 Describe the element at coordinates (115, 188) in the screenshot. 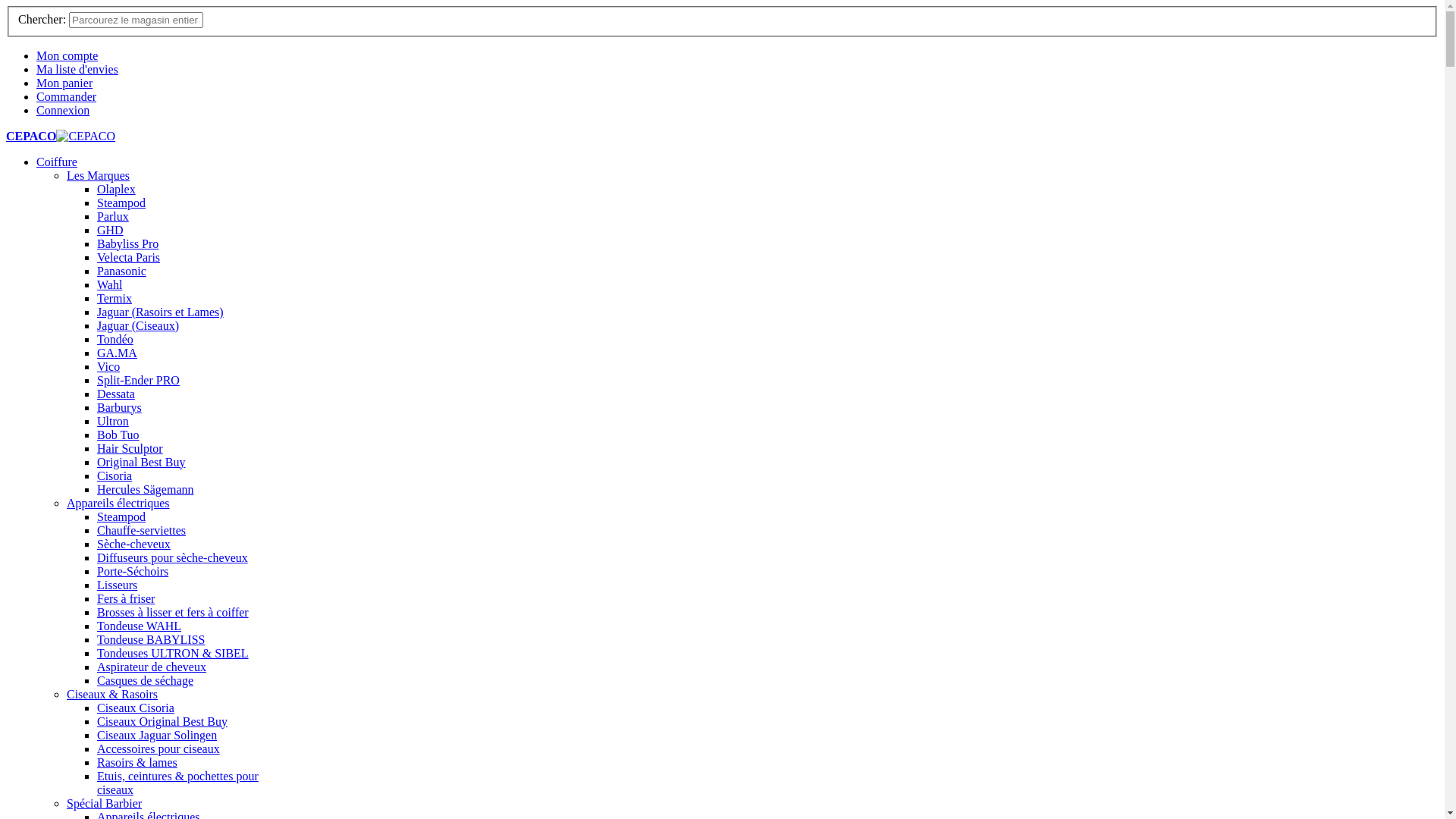

I see `'Olaplex'` at that location.